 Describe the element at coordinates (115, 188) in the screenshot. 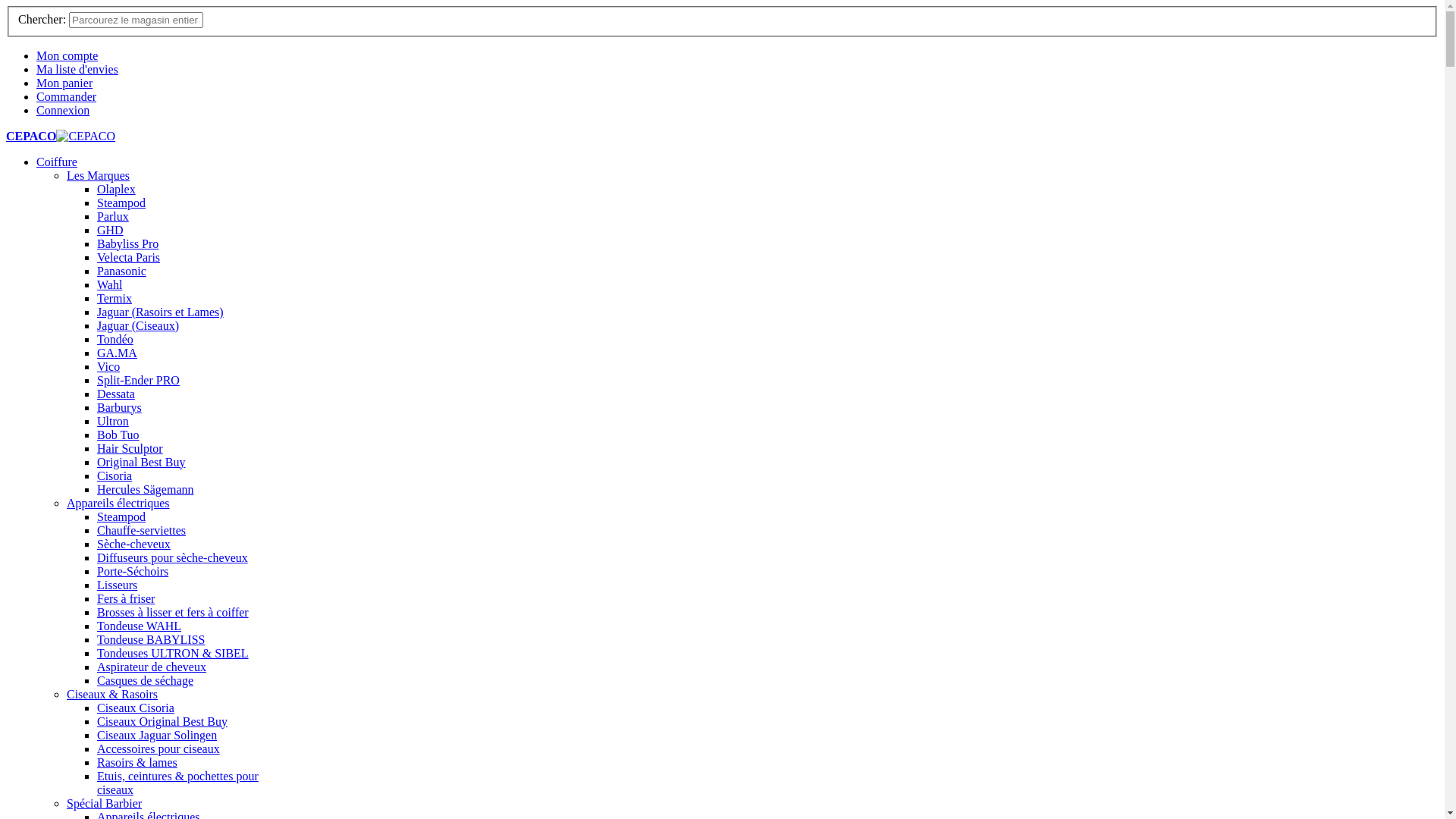

I see `'Olaplex'` at that location.